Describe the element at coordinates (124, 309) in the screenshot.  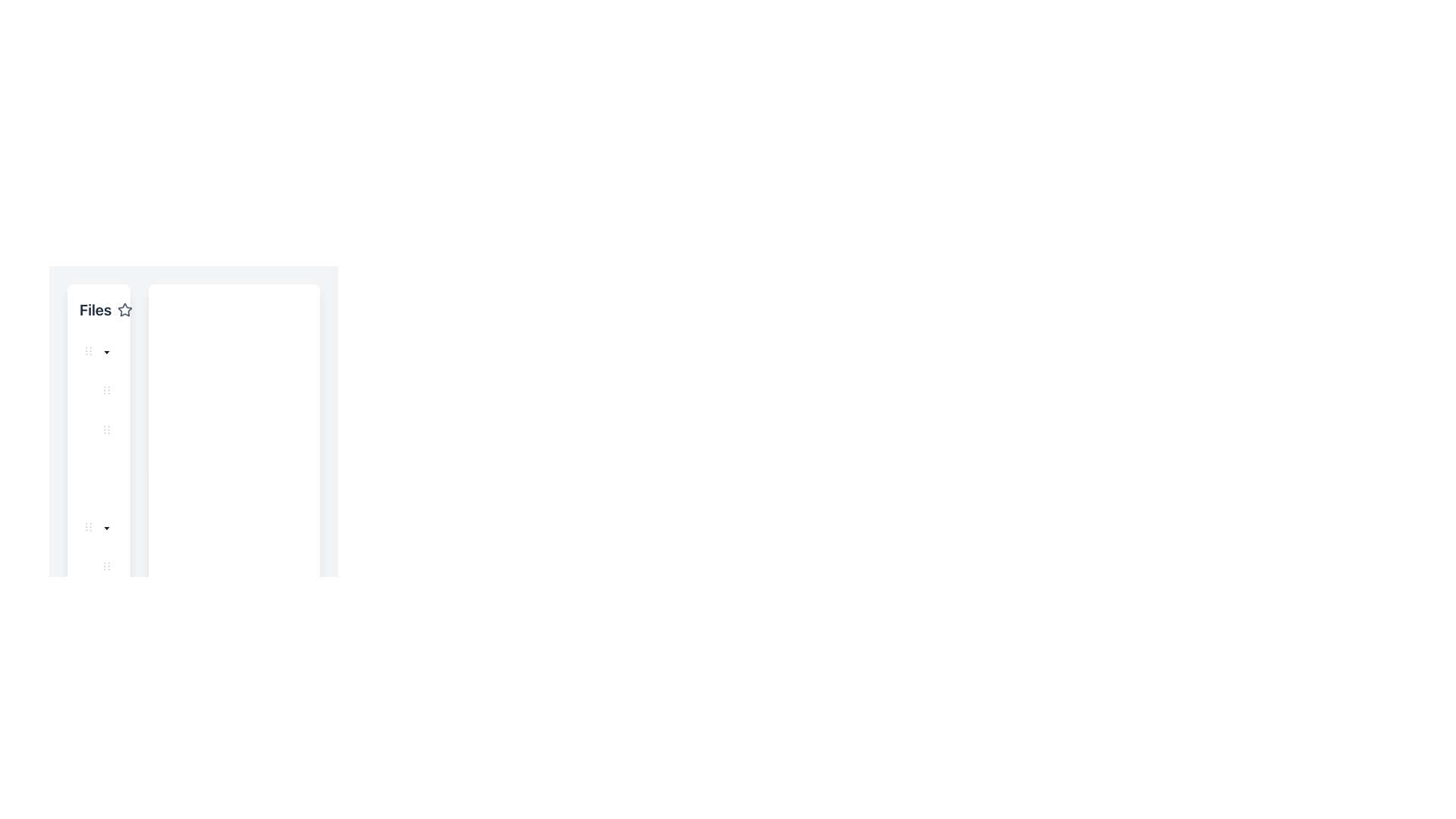
I see `the star button located in the vertical toolbar on the left side of the interface, positioned before the share icon, to mark an item as a favorite or save it` at that location.